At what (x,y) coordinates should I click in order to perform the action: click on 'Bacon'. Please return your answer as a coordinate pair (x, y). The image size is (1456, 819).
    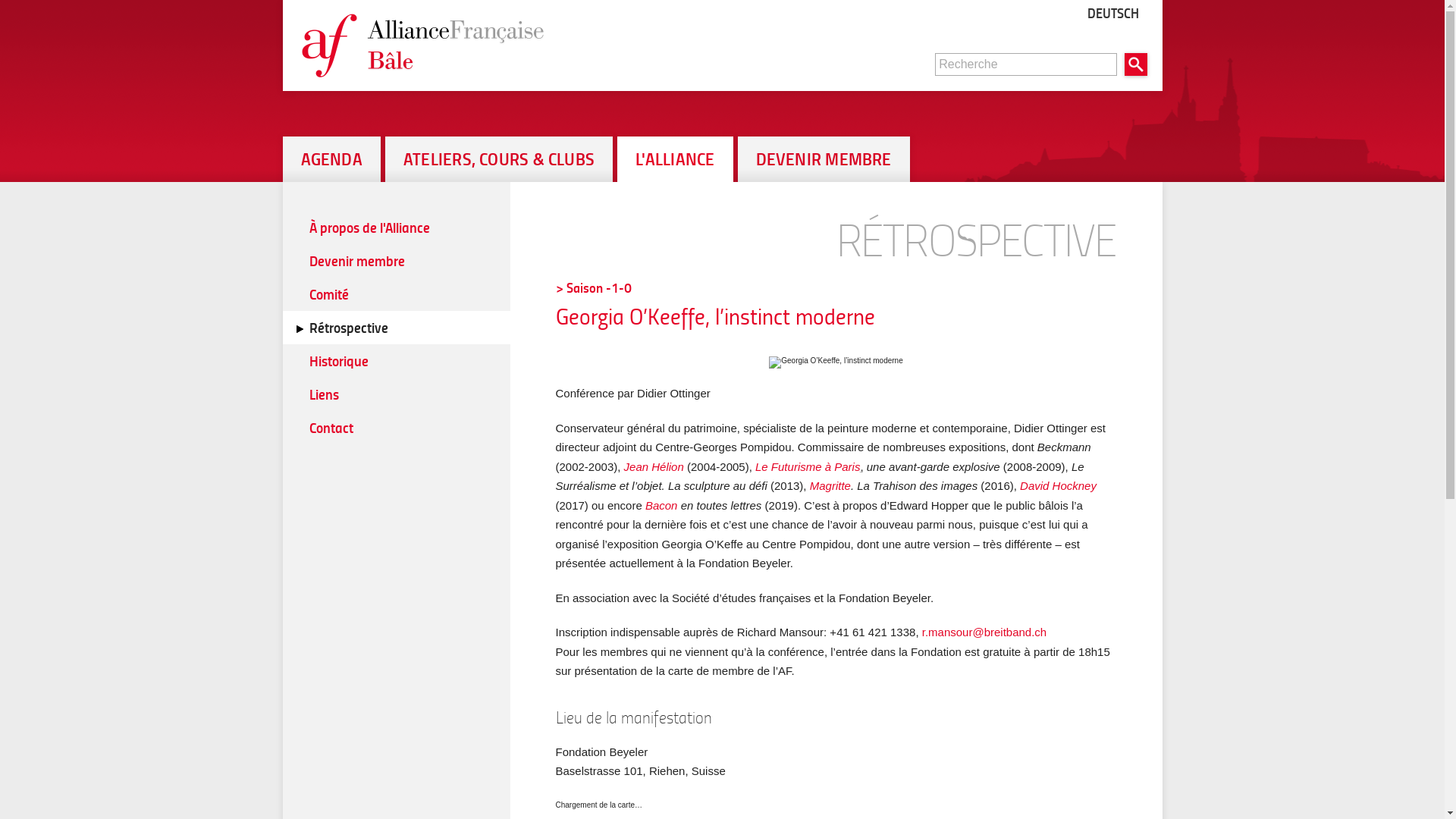
    Looking at the image, I should click on (661, 505).